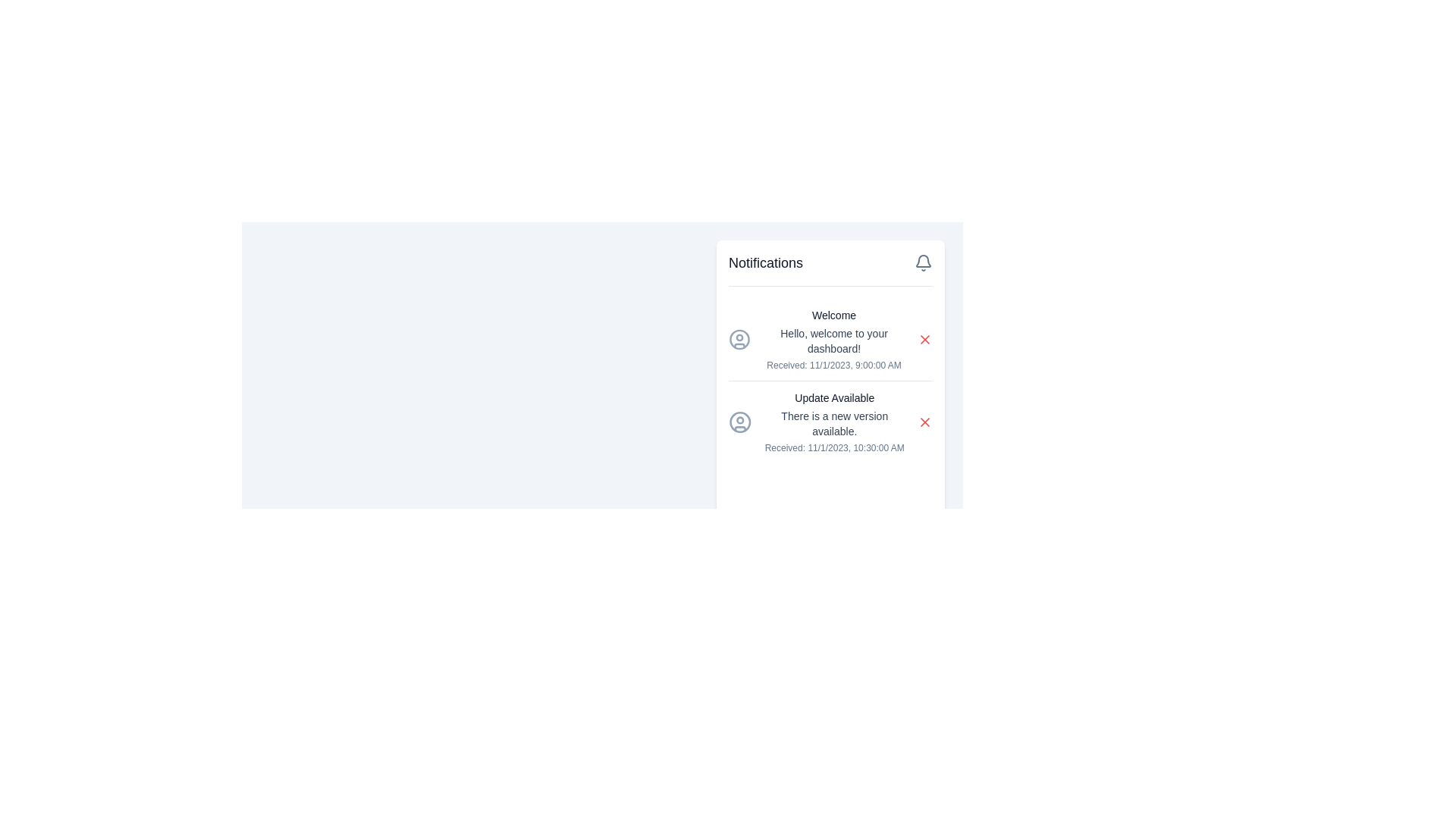 This screenshot has height=819, width=1456. Describe the element at coordinates (740, 422) in the screenshot. I see `the user profile icon located at the left side of the second notification titled 'Update Available'` at that location.